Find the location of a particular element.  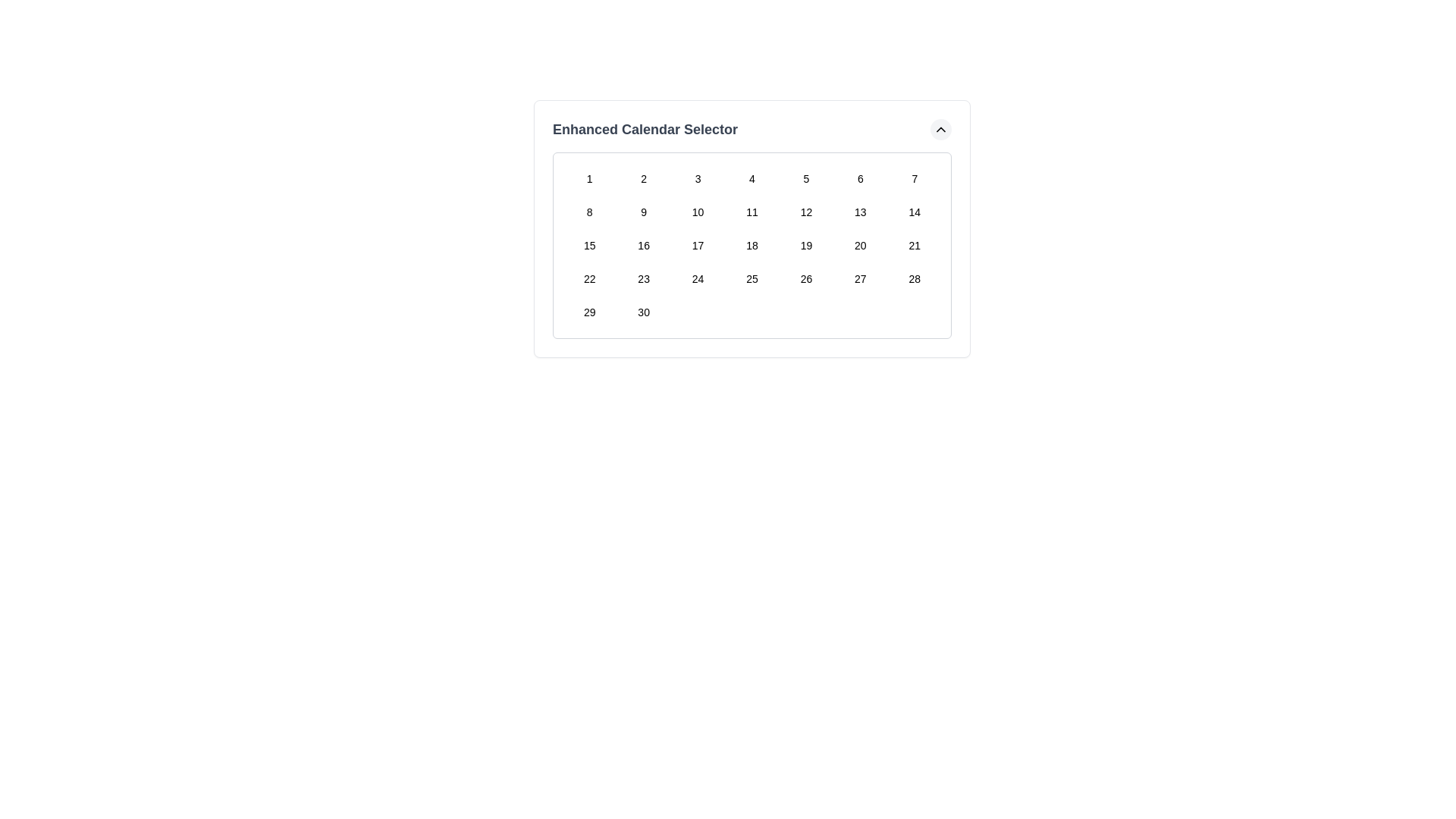

the button displaying the text '13' is located at coordinates (860, 212).